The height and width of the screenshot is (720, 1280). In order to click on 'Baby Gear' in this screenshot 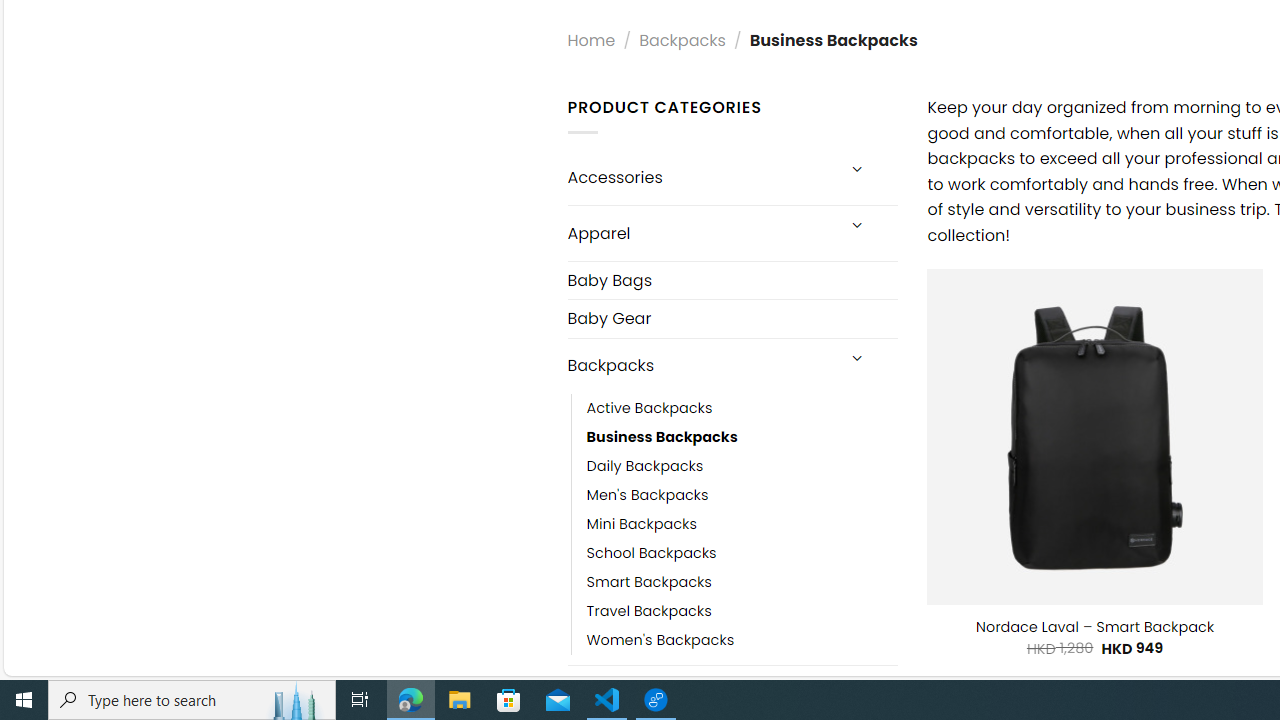, I will do `click(731, 317)`.